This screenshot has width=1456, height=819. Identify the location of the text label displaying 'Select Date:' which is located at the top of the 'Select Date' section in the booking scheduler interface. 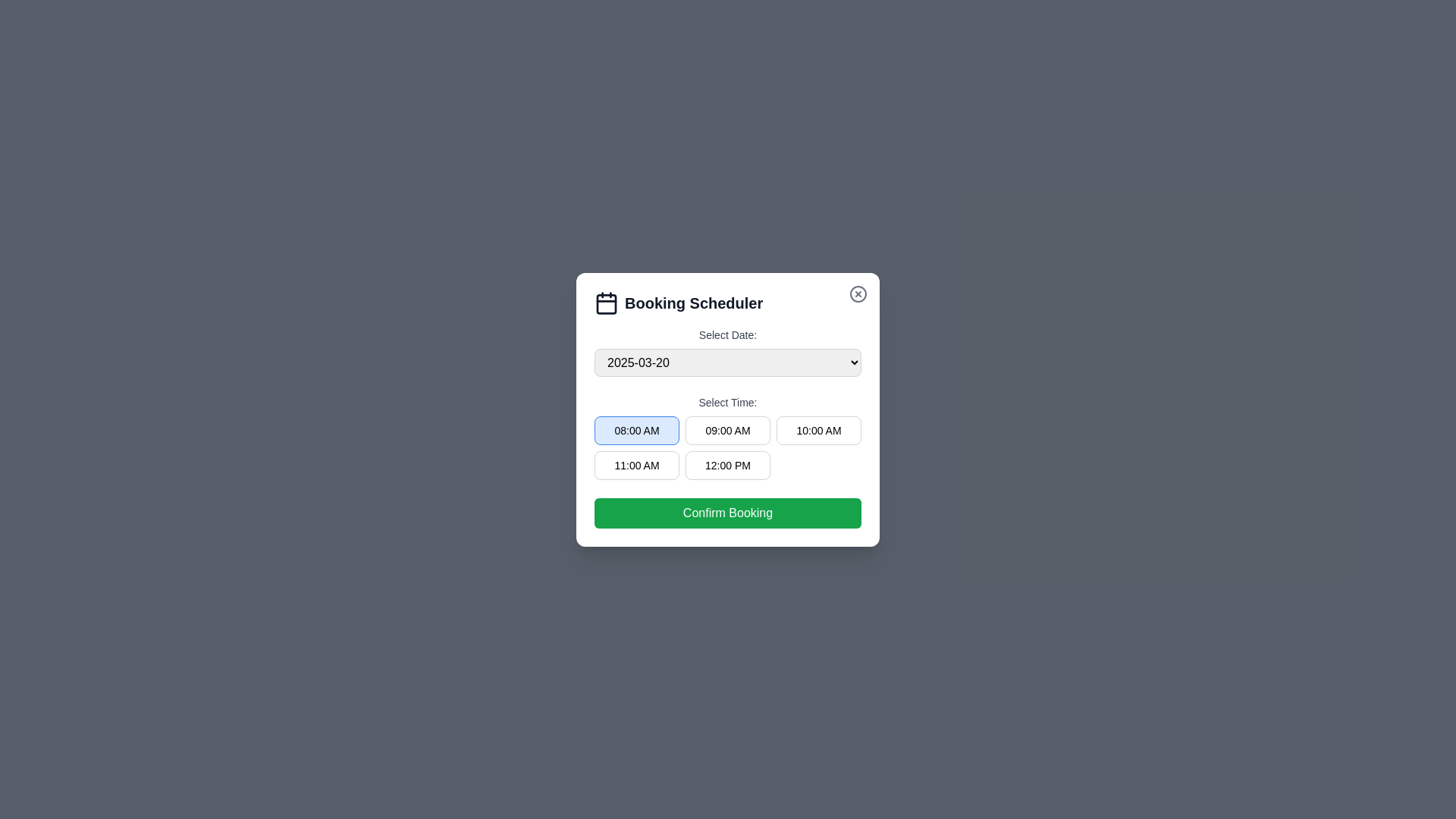
(728, 333).